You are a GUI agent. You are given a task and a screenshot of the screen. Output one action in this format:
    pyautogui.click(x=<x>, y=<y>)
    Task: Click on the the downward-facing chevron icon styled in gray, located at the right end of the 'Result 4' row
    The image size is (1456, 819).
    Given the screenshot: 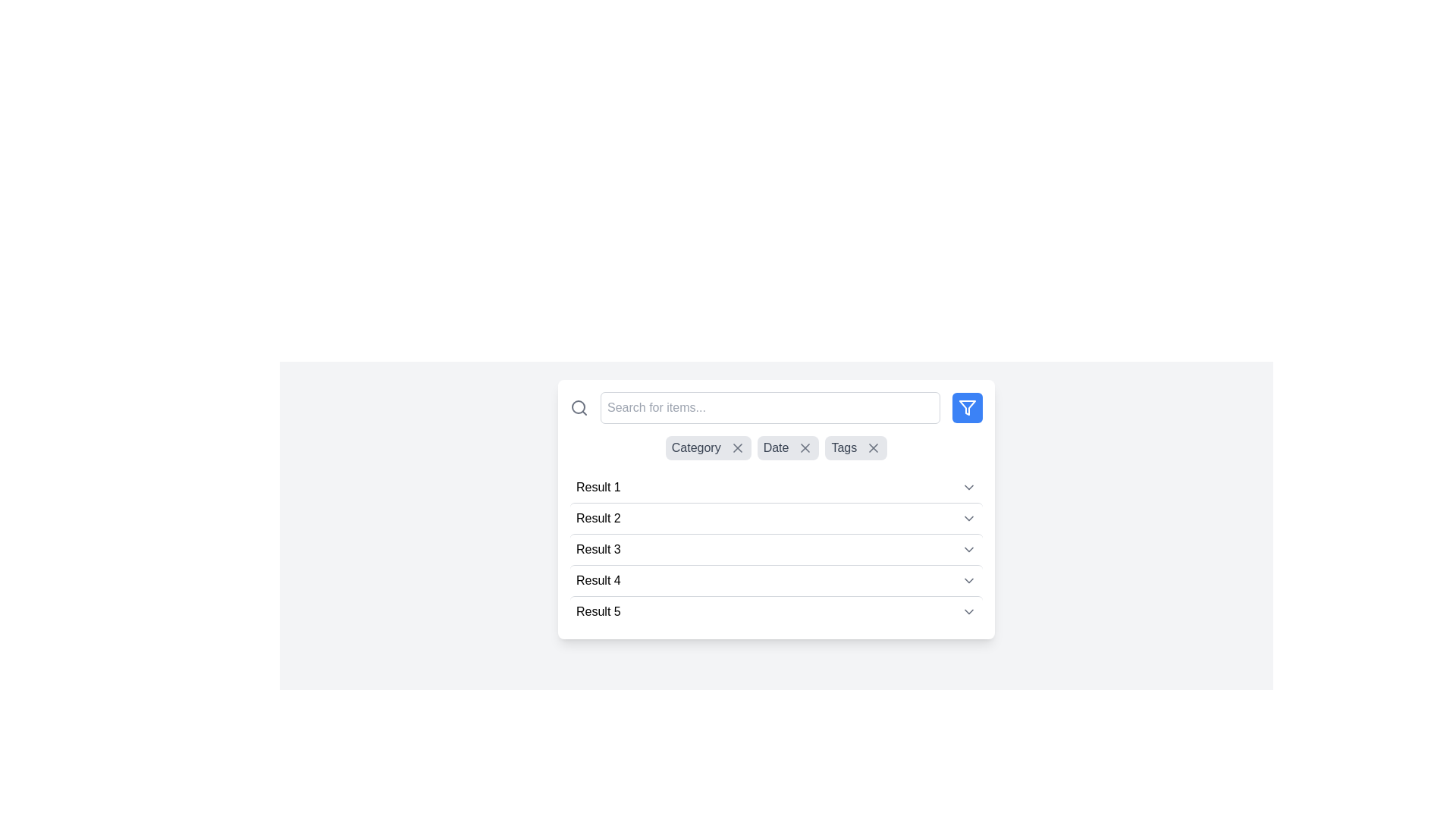 What is the action you would take?
    pyautogui.click(x=968, y=580)
    